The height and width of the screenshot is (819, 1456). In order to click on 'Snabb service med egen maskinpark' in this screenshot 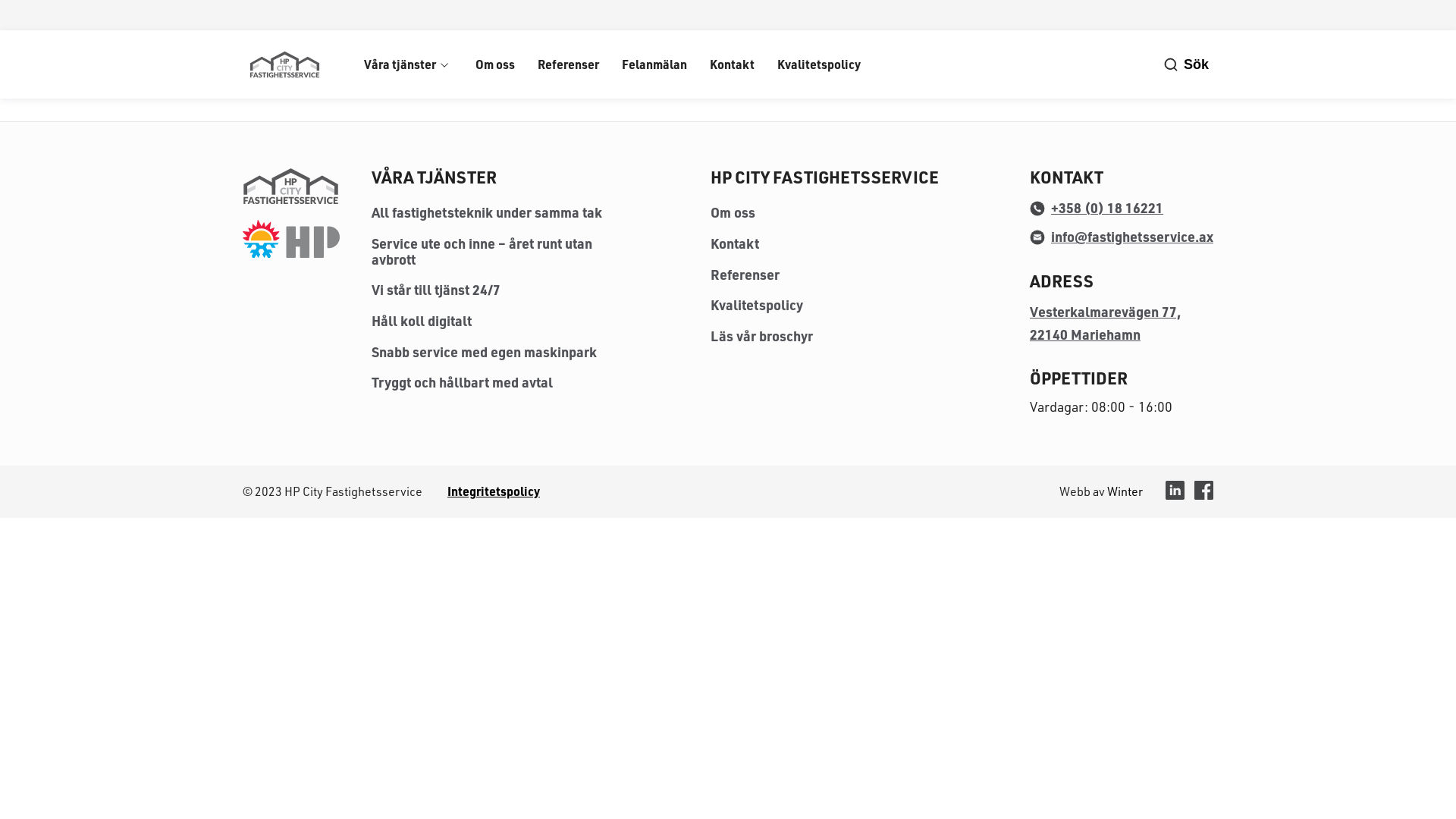, I will do `click(371, 351)`.